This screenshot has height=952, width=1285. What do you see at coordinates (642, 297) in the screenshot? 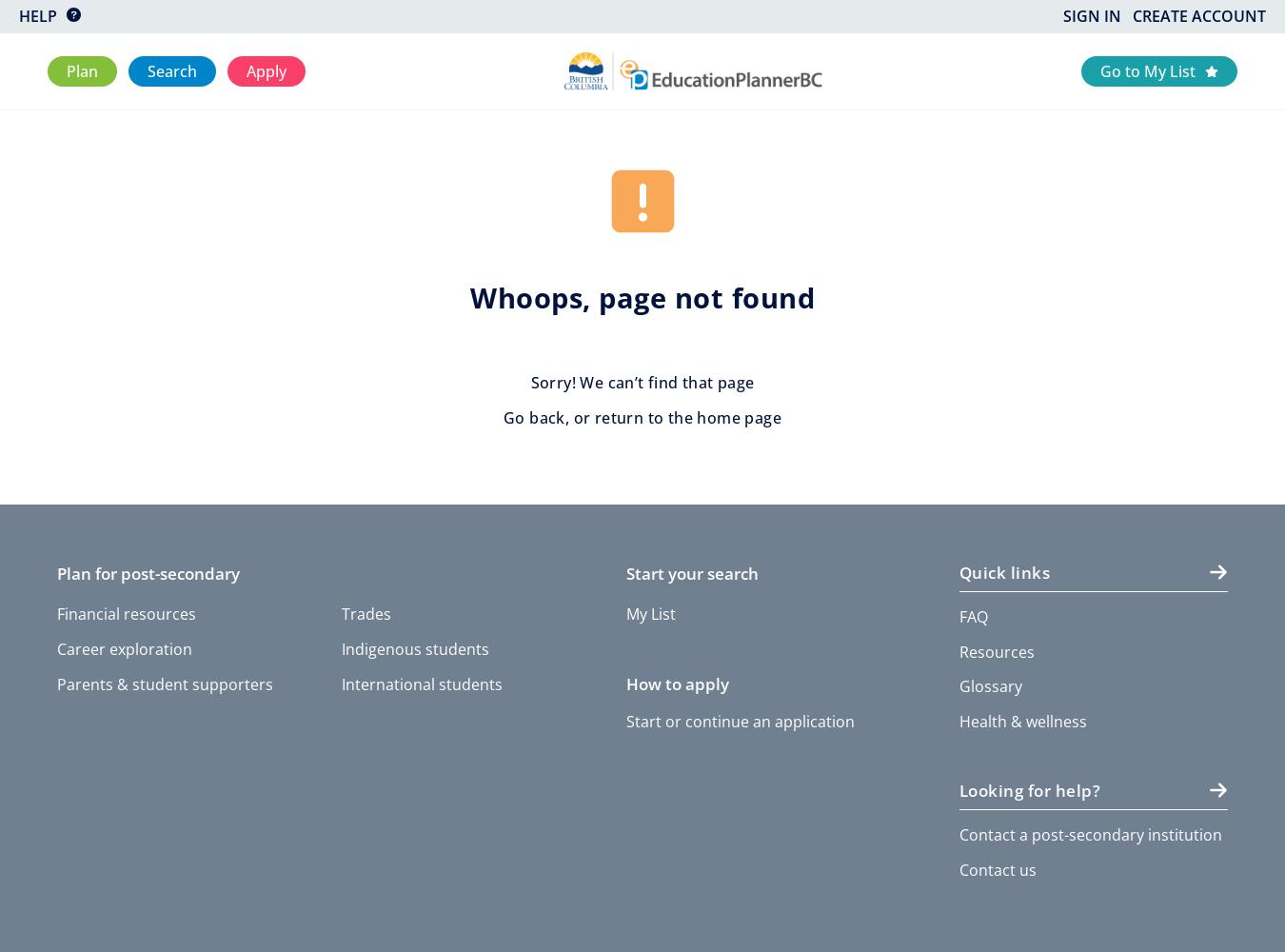
I see `'Whoops, page not found'` at bounding box center [642, 297].